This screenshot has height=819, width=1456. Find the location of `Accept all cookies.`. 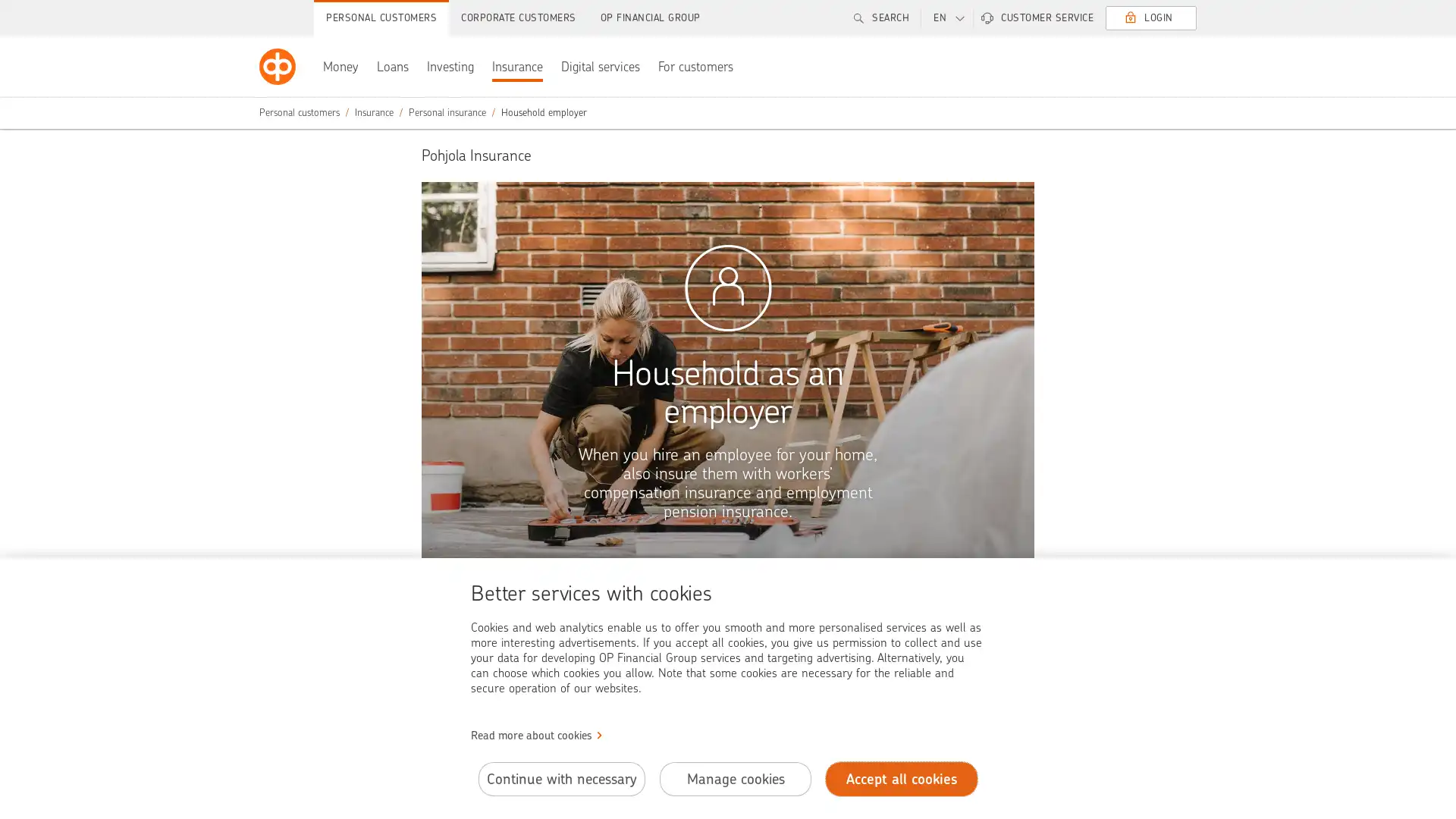

Accept all cookies. is located at coordinates (902, 779).